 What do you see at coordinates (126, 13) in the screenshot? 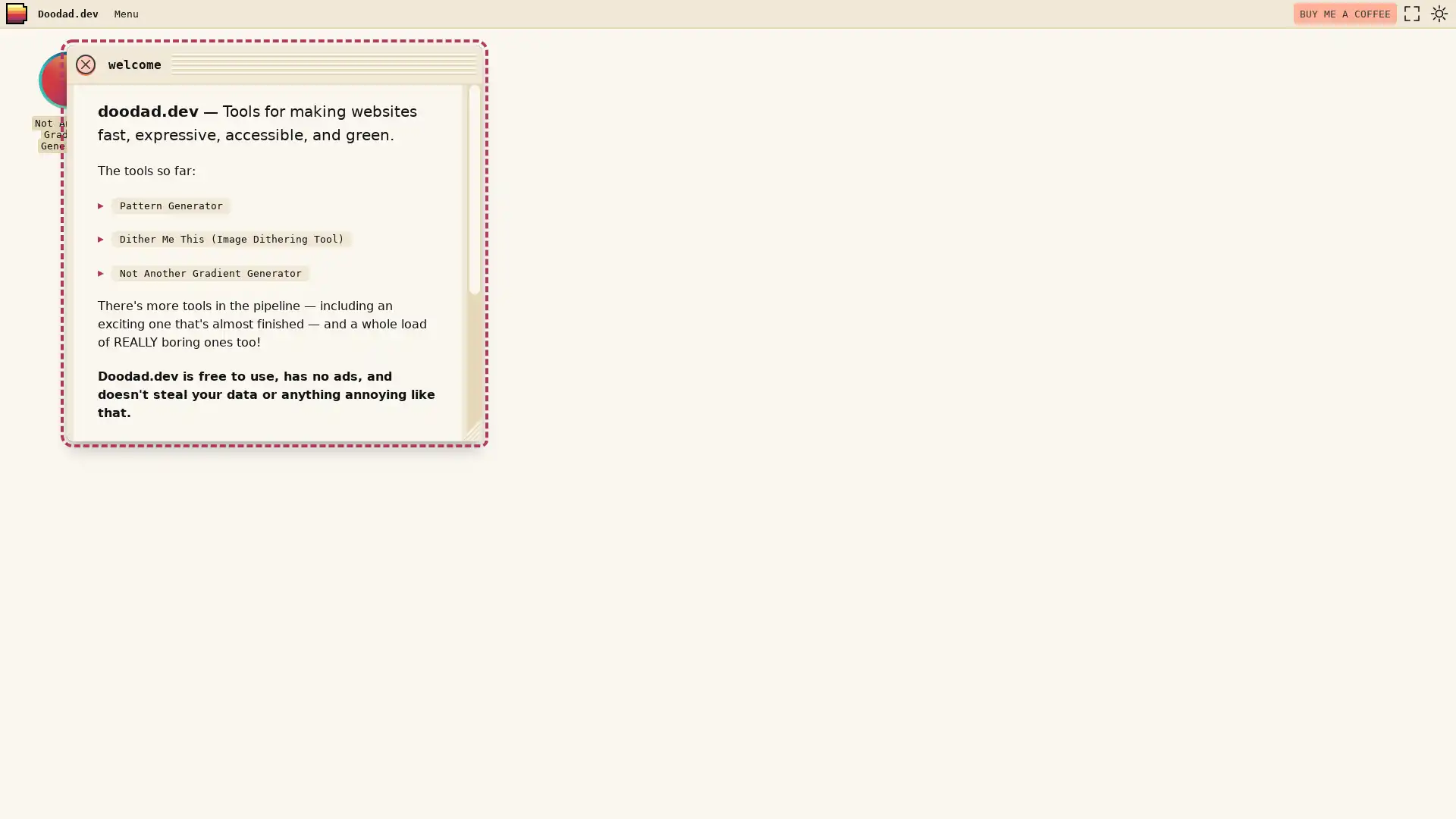
I see `Menu` at bounding box center [126, 13].